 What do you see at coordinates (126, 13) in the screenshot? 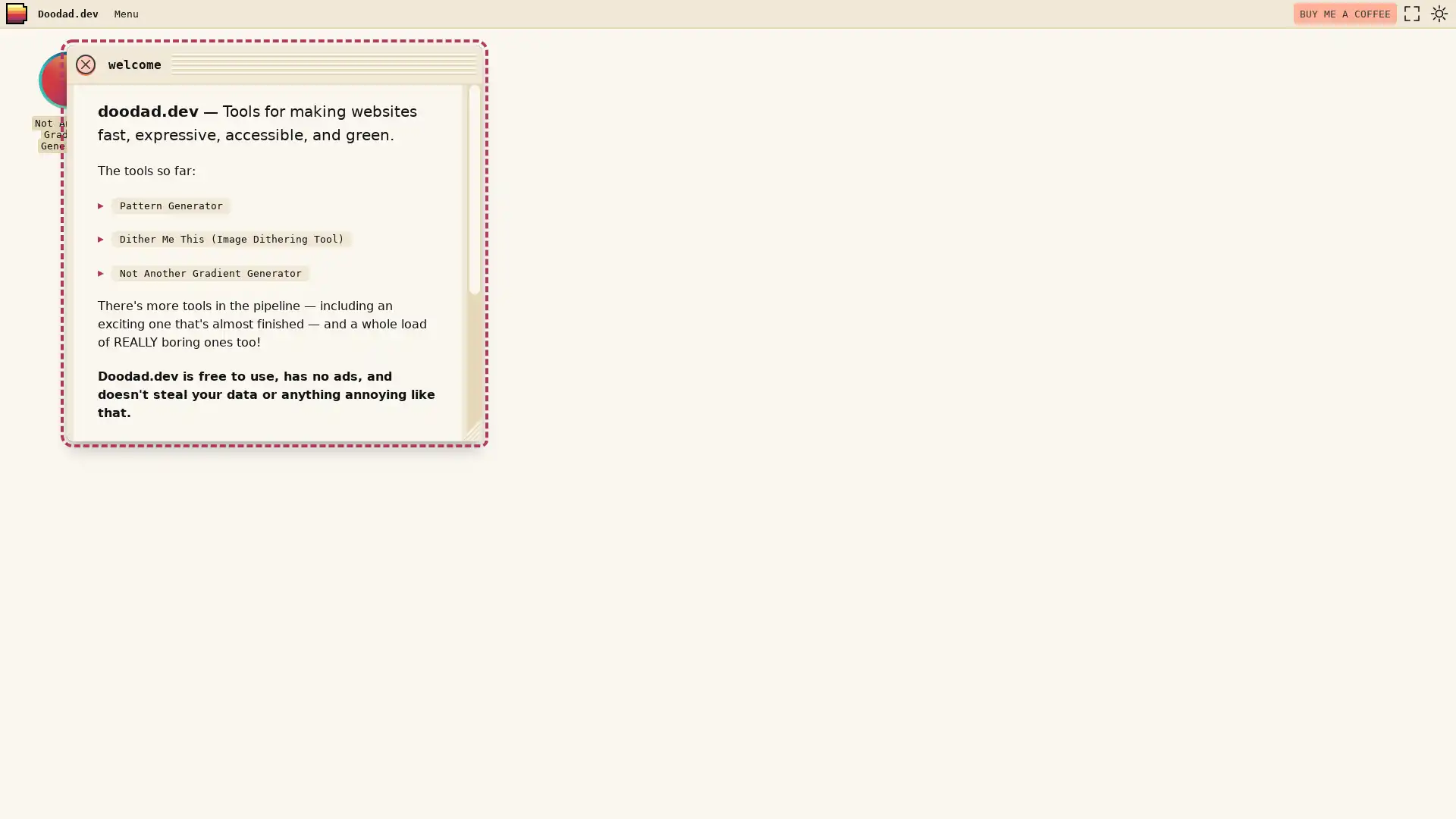
I see `Menu` at bounding box center [126, 13].